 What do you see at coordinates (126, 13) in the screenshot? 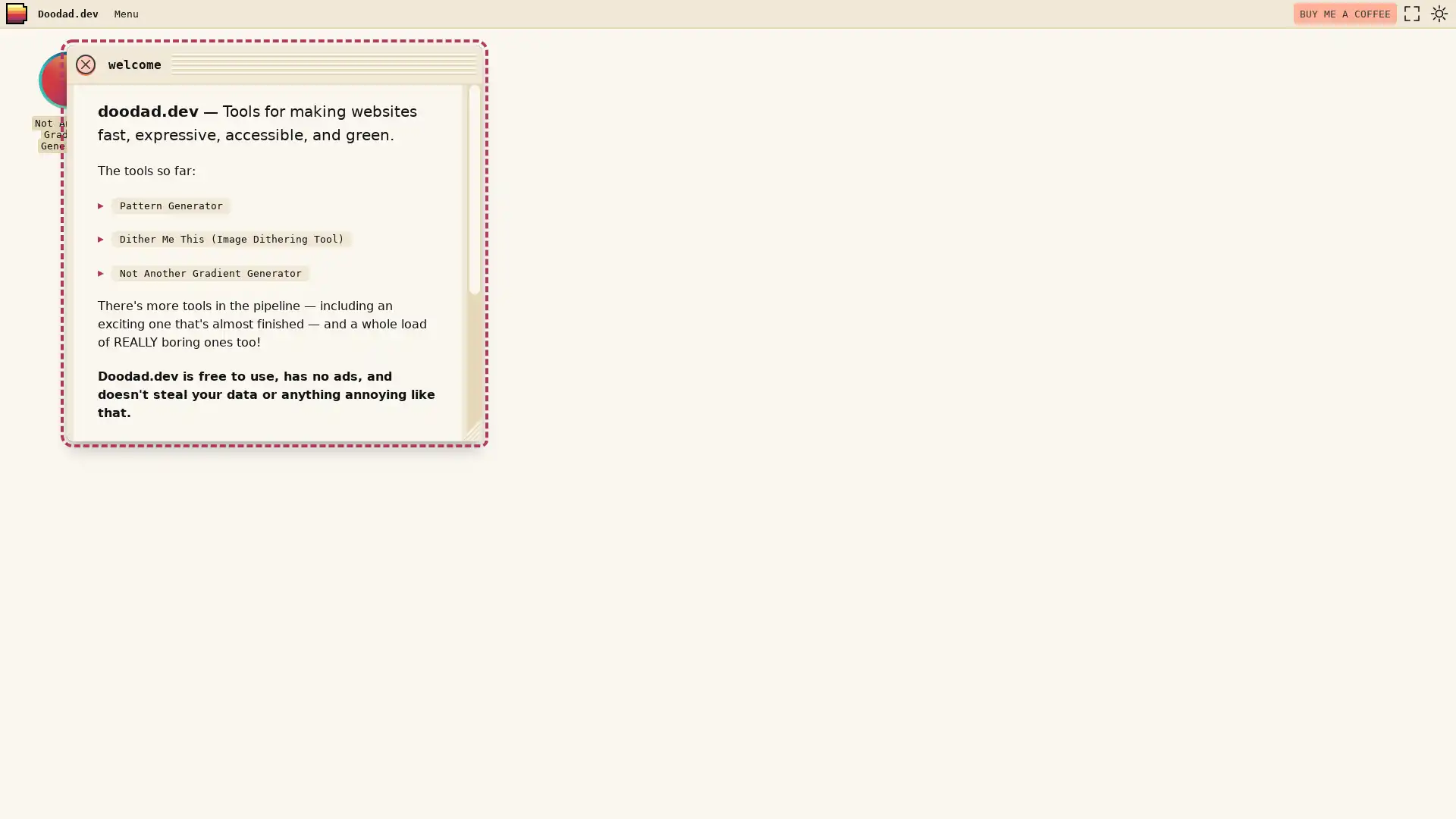
I see `Menu` at bounding box center [126, 13].